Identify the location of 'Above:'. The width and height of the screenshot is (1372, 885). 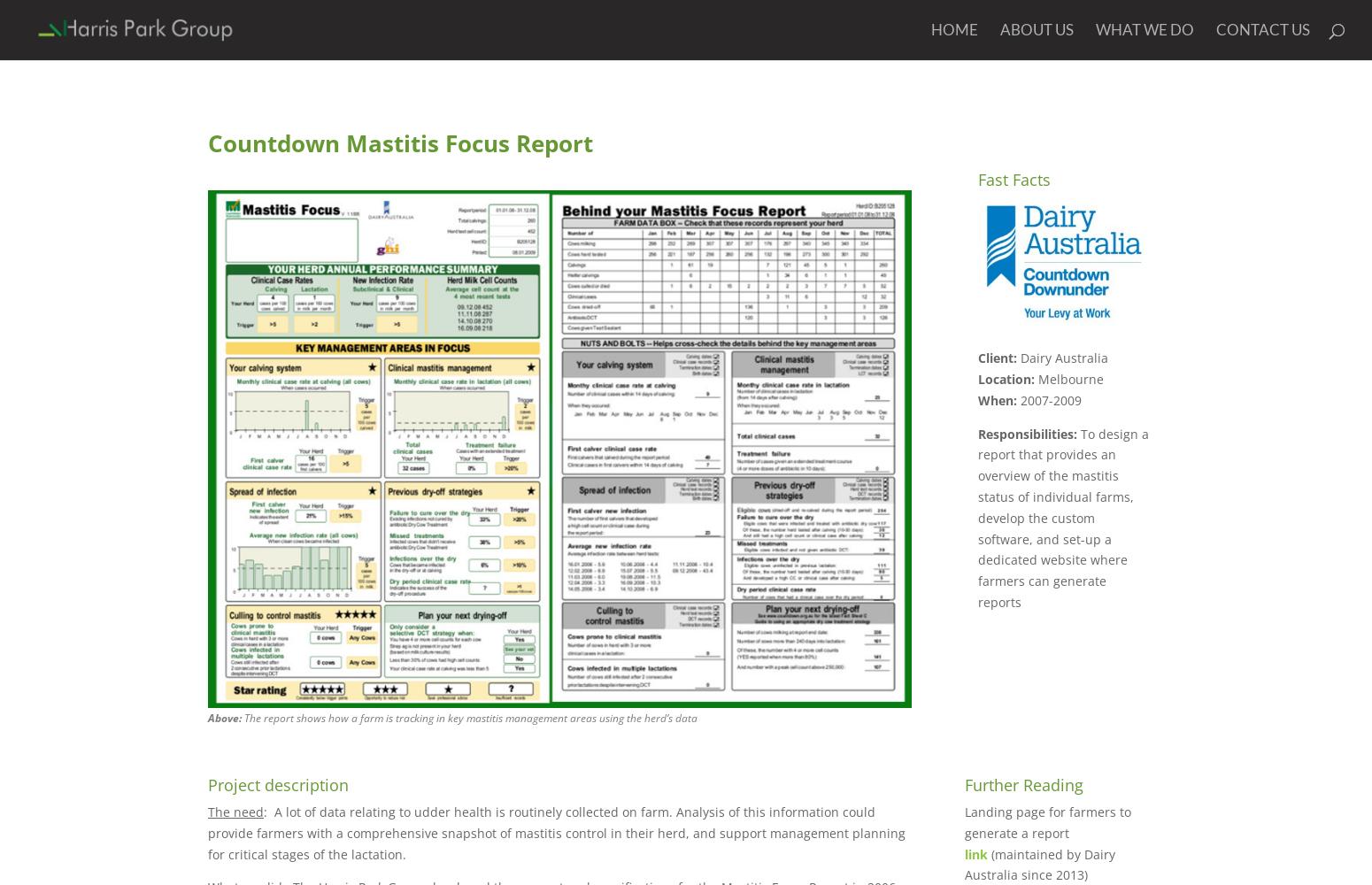
(225, 718).